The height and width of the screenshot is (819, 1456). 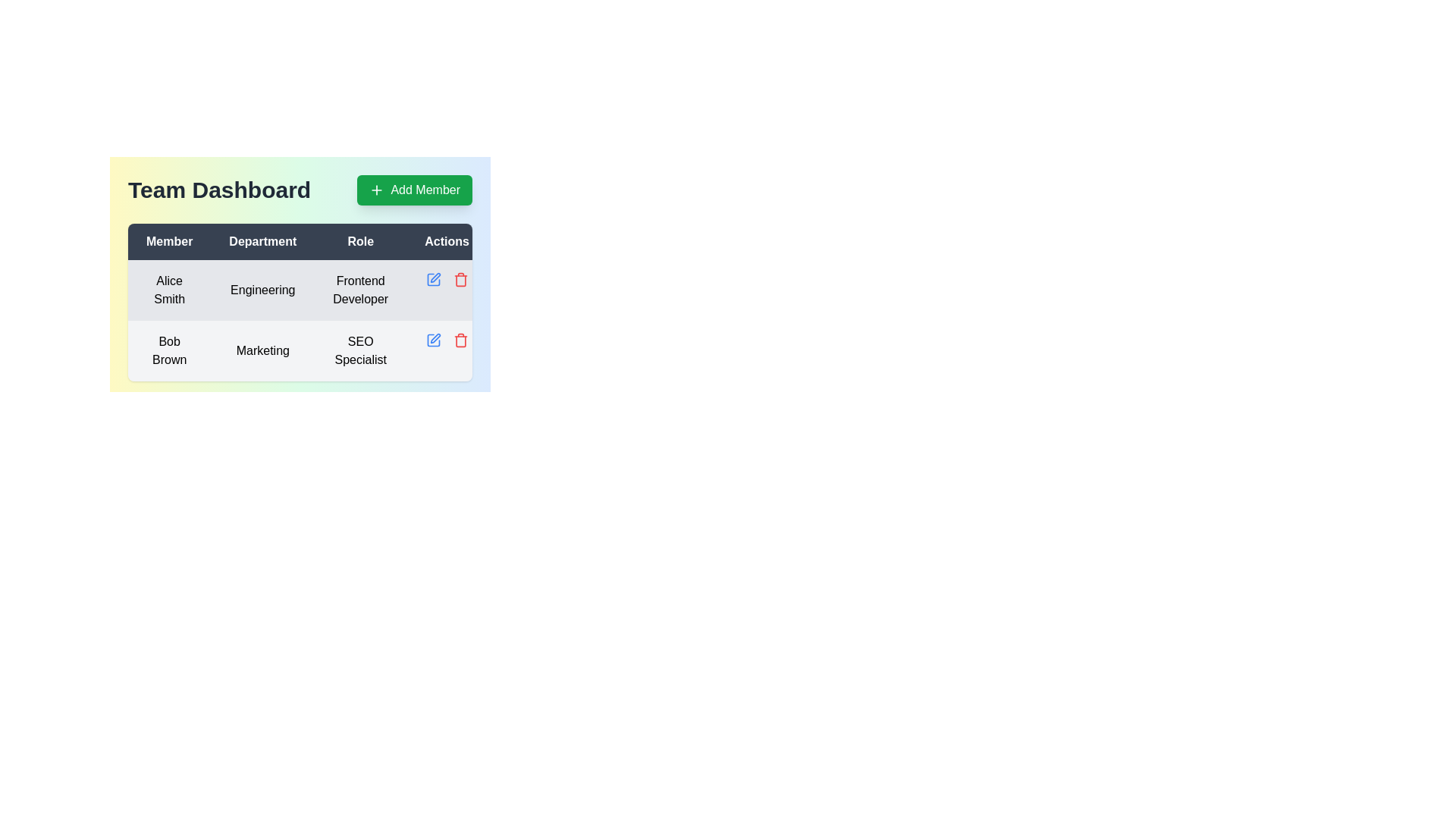 What do you see at coordinates (218, 189) in the screenshot?
I see `the 'Team Dashboard' text label, which is styled with a large, bold font in dark gray and is located near the top left of its section` at bounding box center [218, 189].